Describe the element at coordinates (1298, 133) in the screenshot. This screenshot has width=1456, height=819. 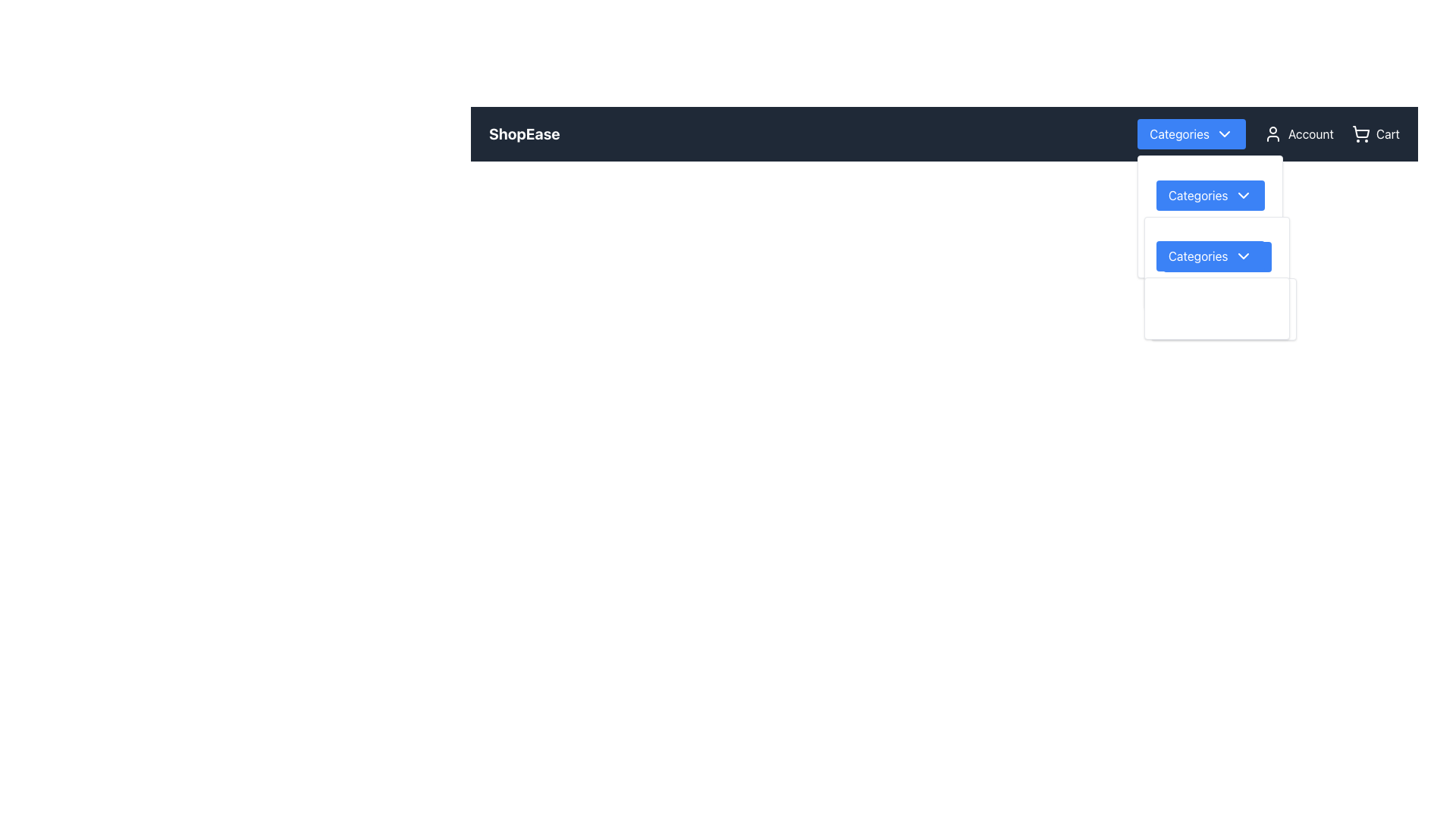
I see `the account navigation button located on the right side of the top navigation bar, adjacent to the 'Cart' button` at that location.